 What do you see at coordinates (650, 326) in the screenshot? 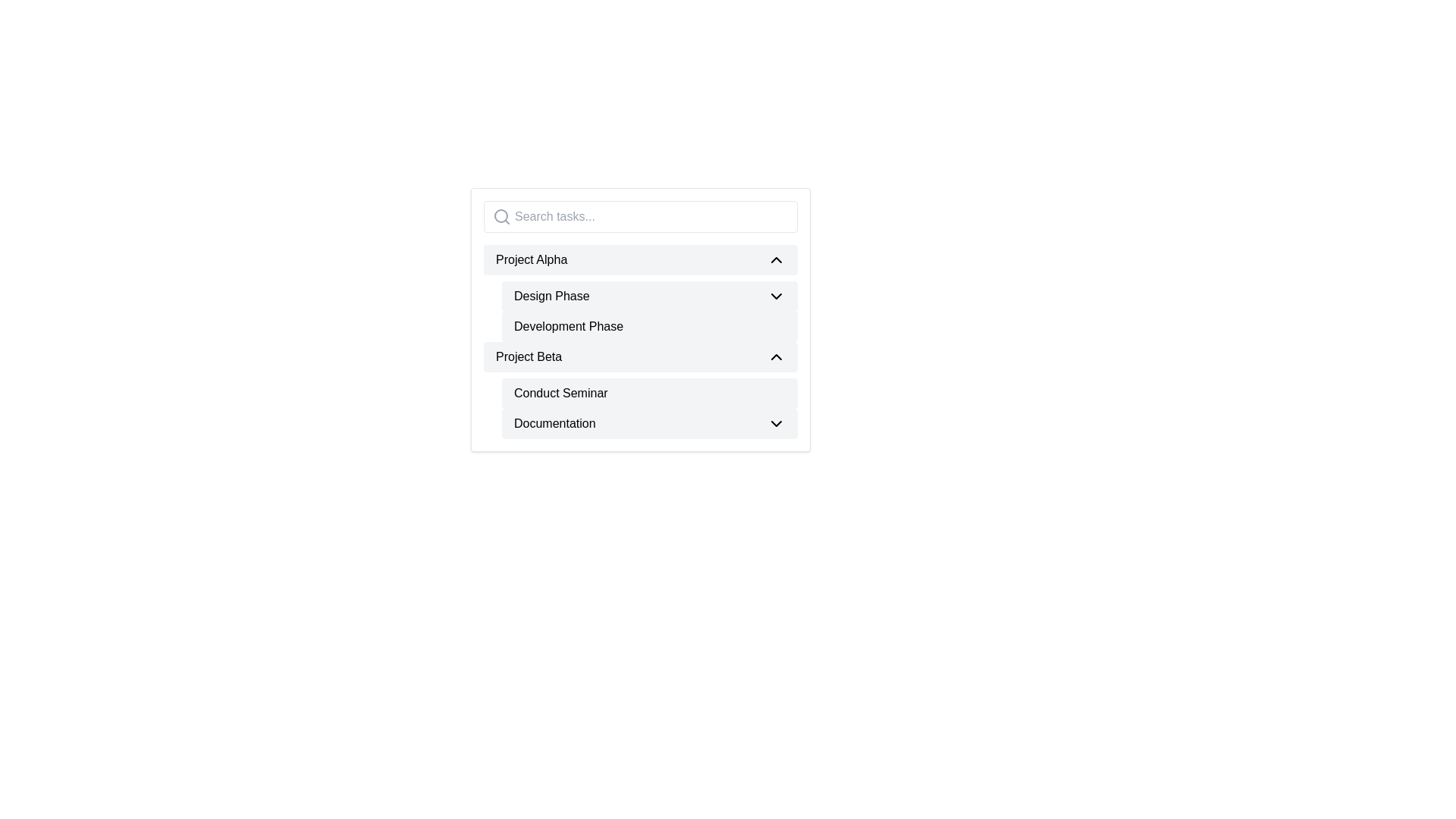
I see `the selectable 'Development Phase' item in the task list` at bounding box center [650, 326].